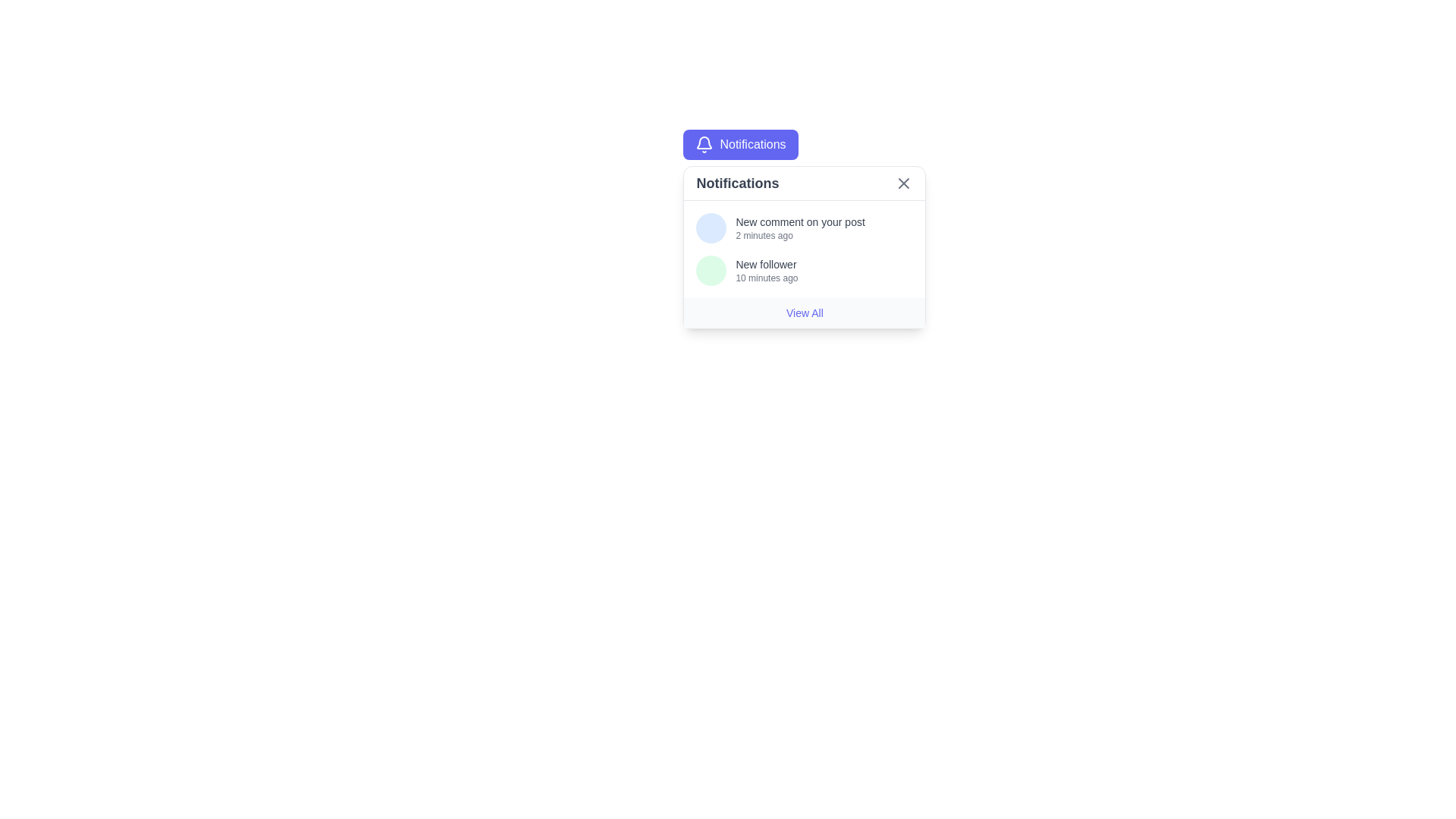 The image size is (1456, 819). Describe the element at coordinates (903, 183) in the screenshot. I see `the small gray 'X' button` at that location.